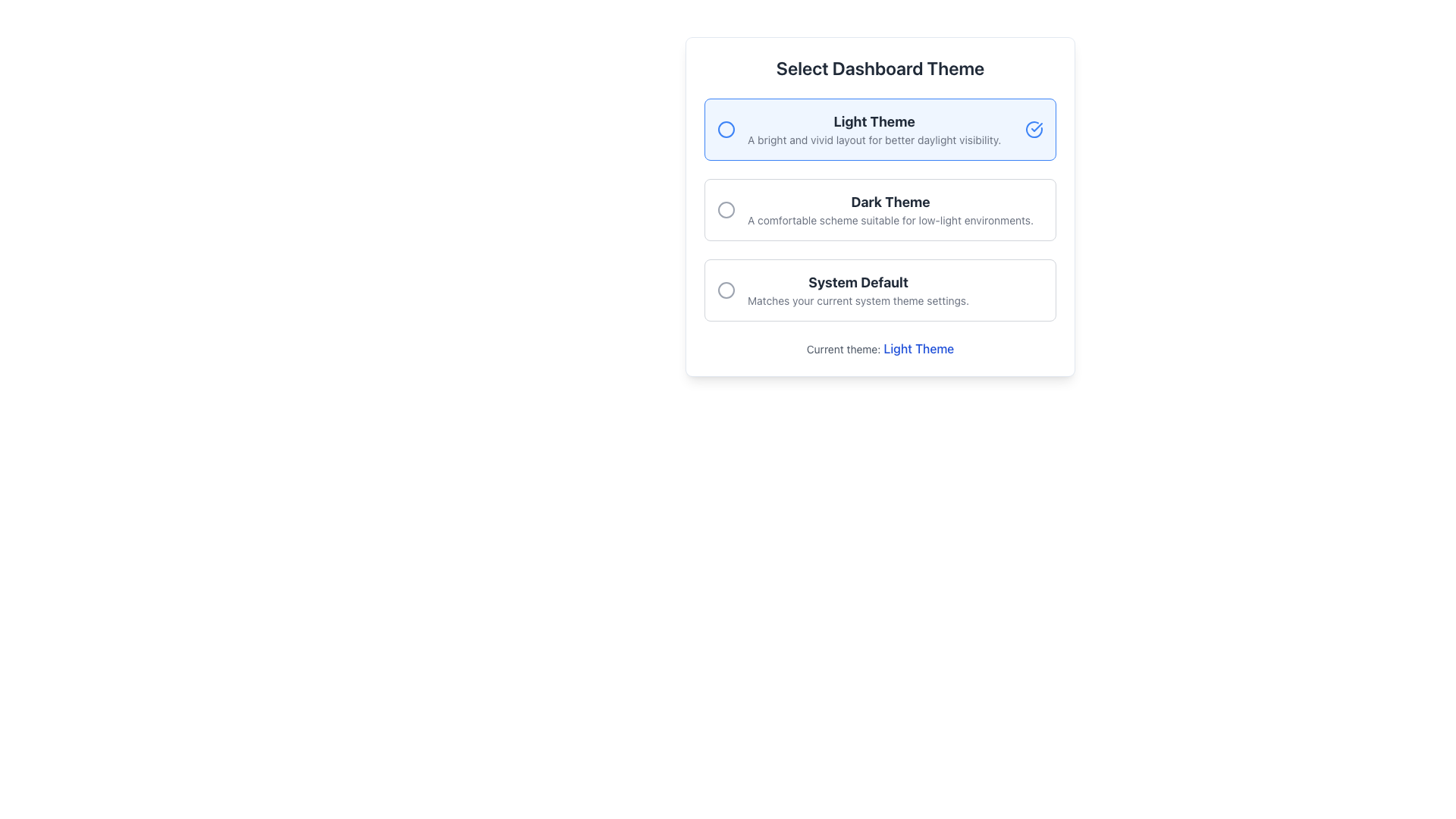  I want to click on the explanatory text located below the 'Dark Theme' label in the 'Select Dashboard Theme' interface, so click(890, 220).